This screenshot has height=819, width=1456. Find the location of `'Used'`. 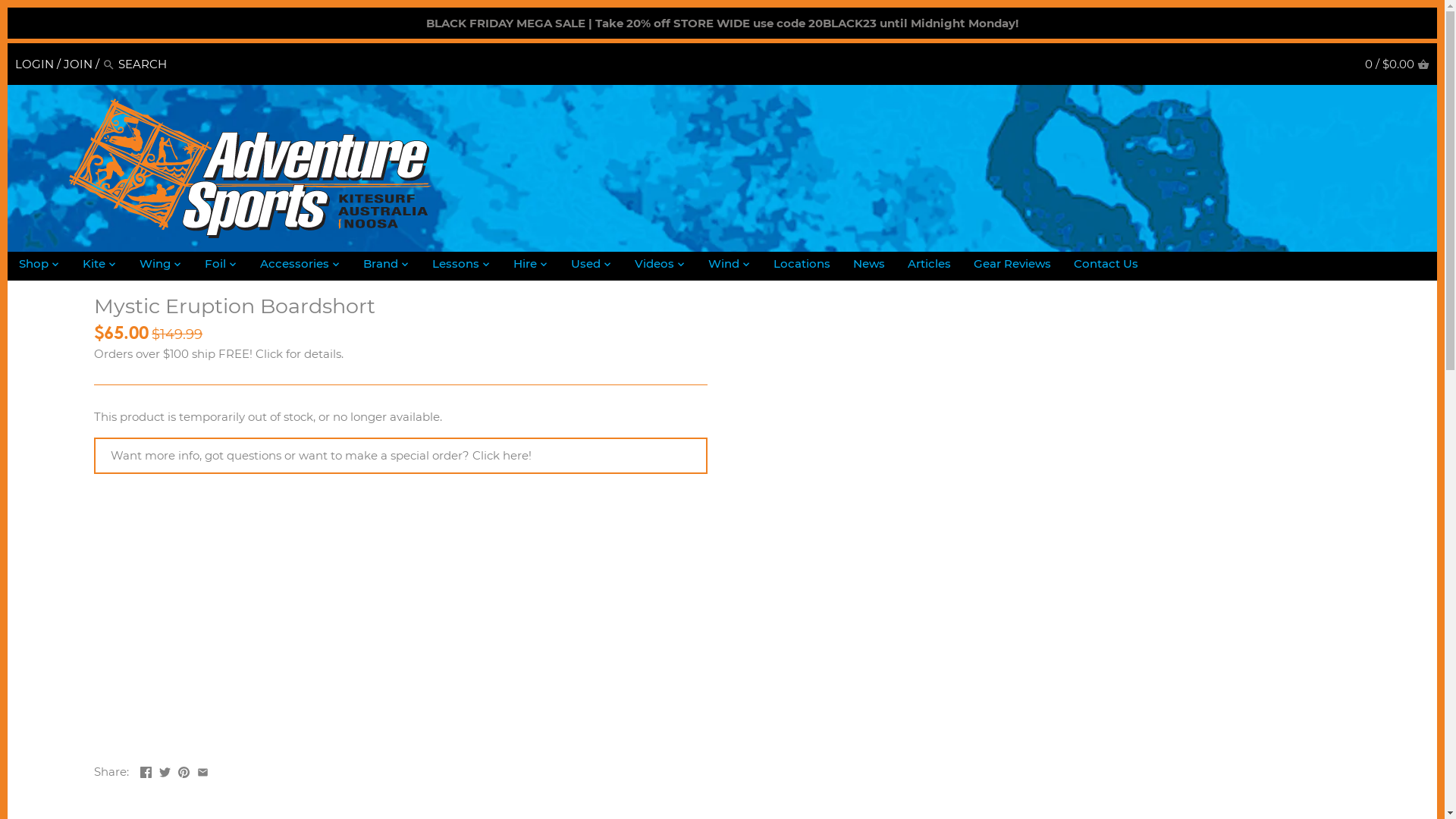

'Used' is located at coordinates (585, 265).